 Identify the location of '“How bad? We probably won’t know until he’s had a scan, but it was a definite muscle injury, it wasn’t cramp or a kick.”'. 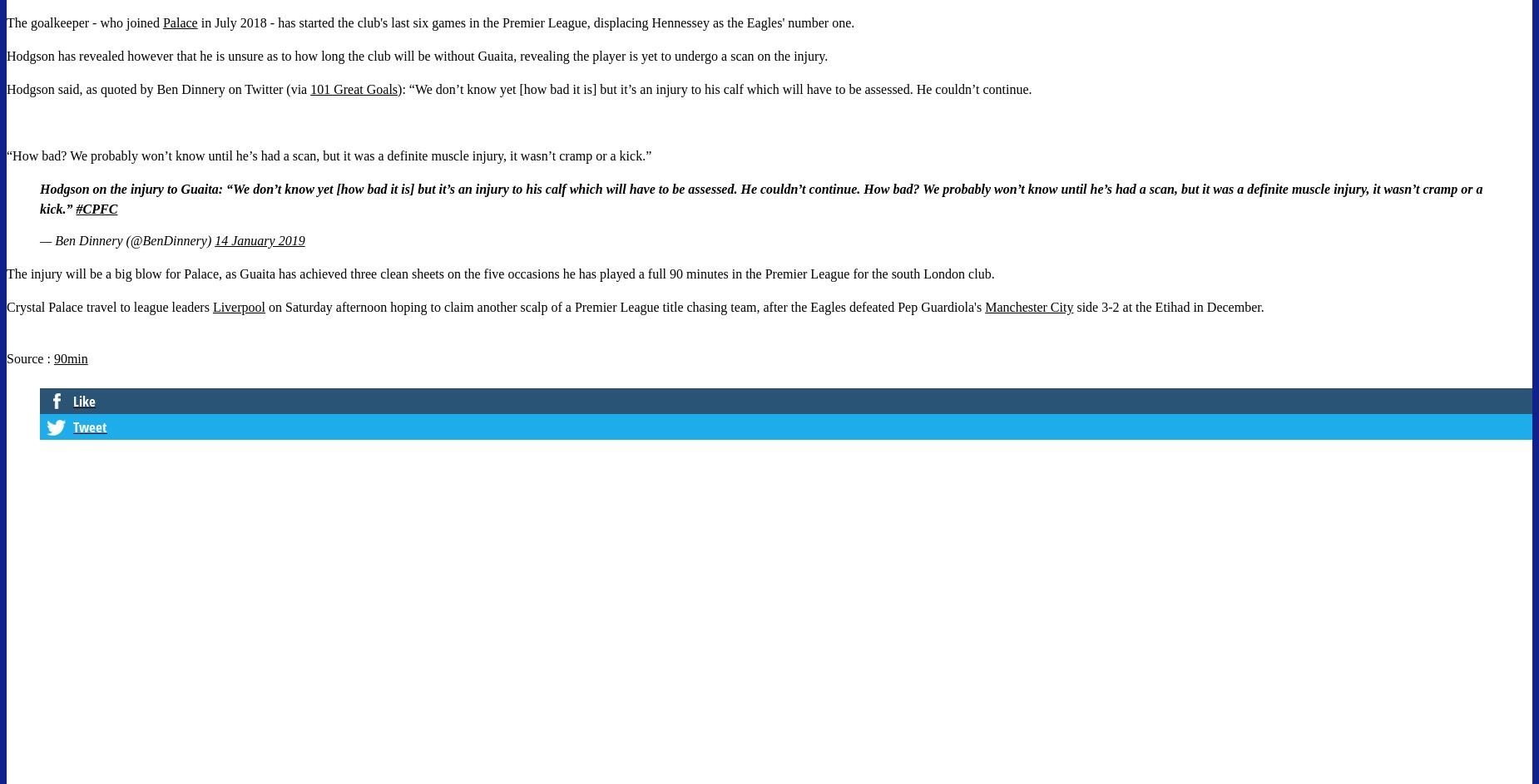
(328, 155).